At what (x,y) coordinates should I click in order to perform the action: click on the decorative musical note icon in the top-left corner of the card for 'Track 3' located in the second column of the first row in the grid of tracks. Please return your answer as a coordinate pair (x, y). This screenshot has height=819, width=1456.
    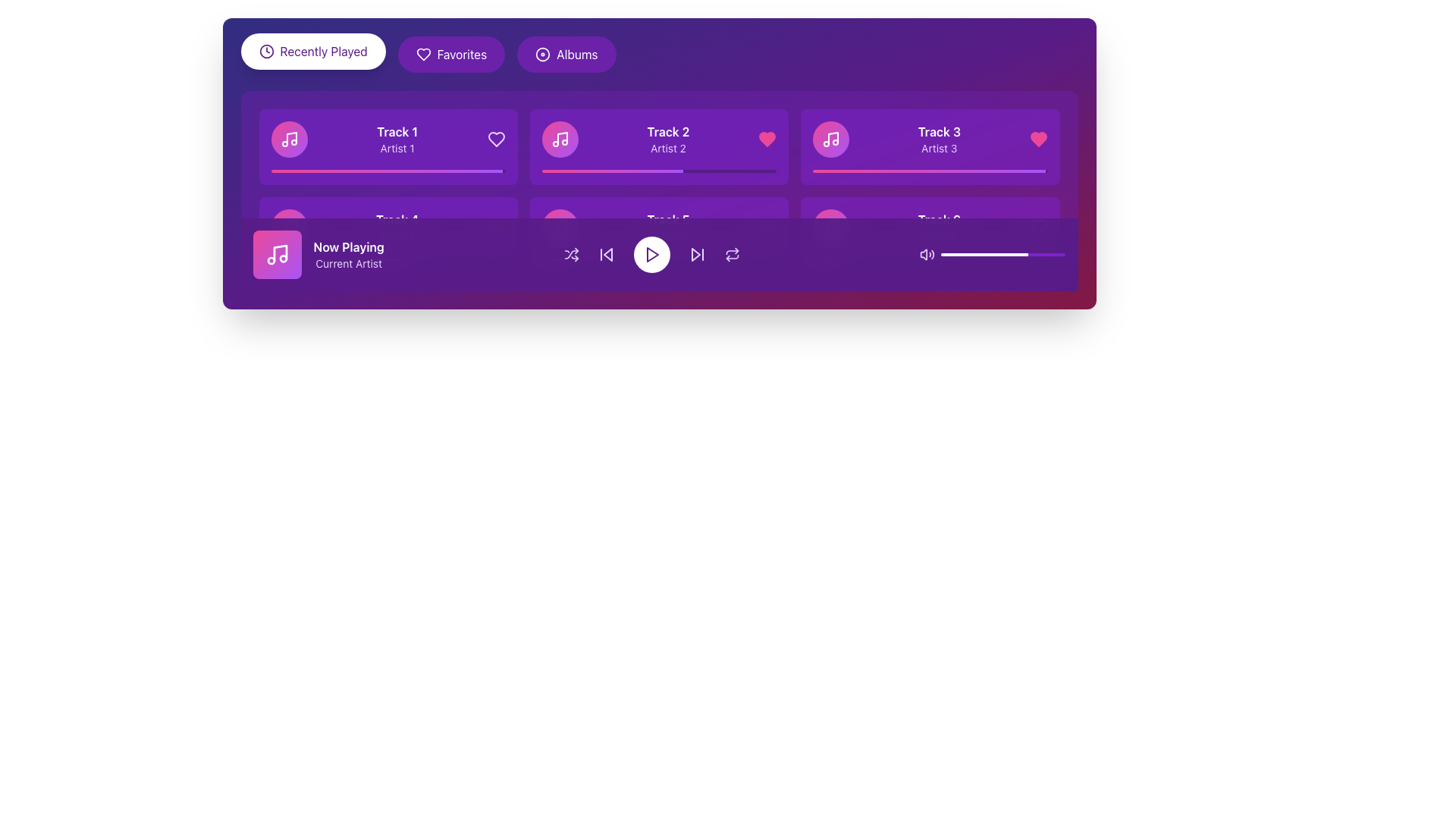
    Looking at the image, I should click on (833, 138).